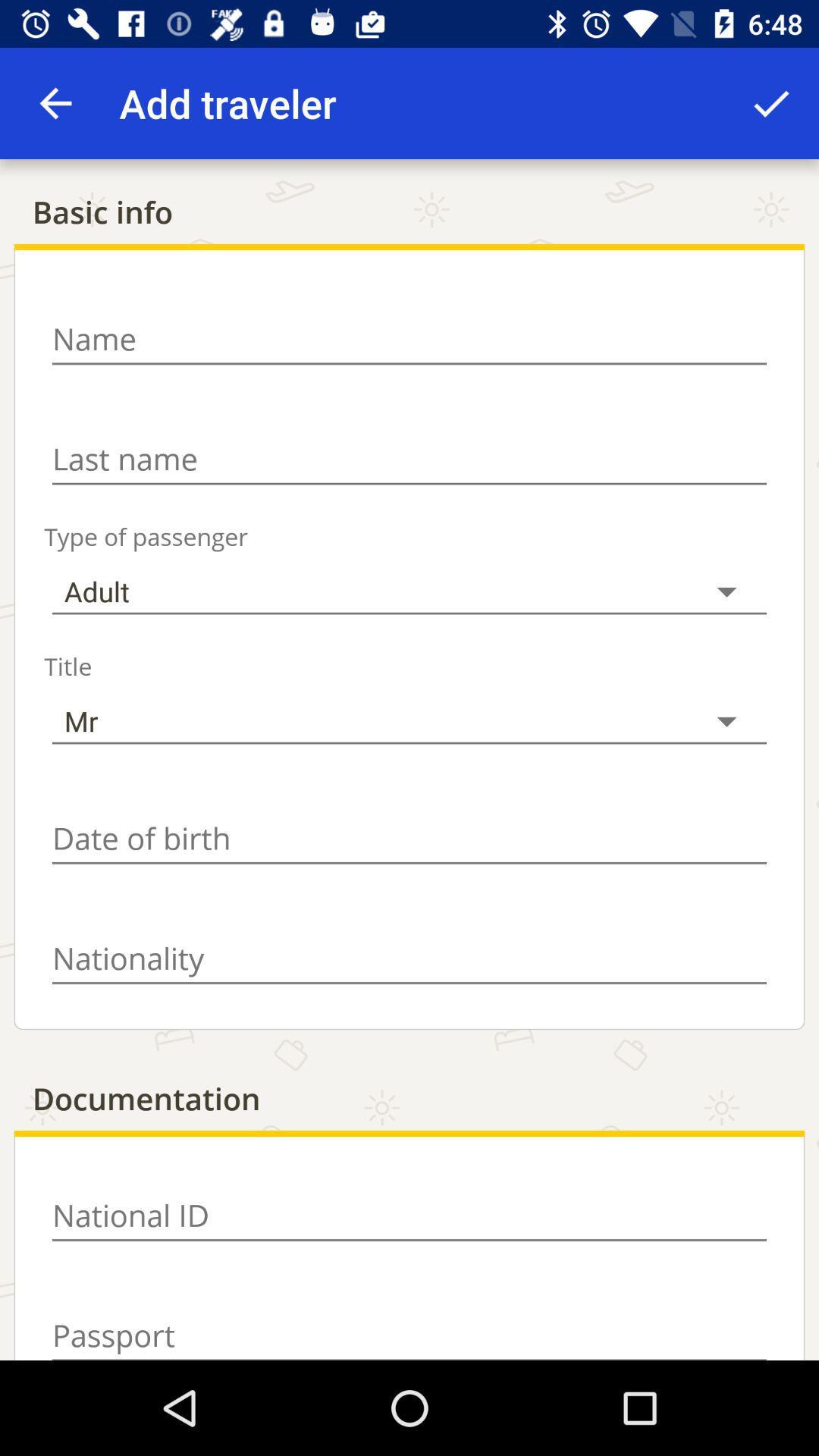 This screenshot has height=1456, width=819. Describe the element at coordinates (409, 958) in the screenshot. I see `set your nationality` at that location.